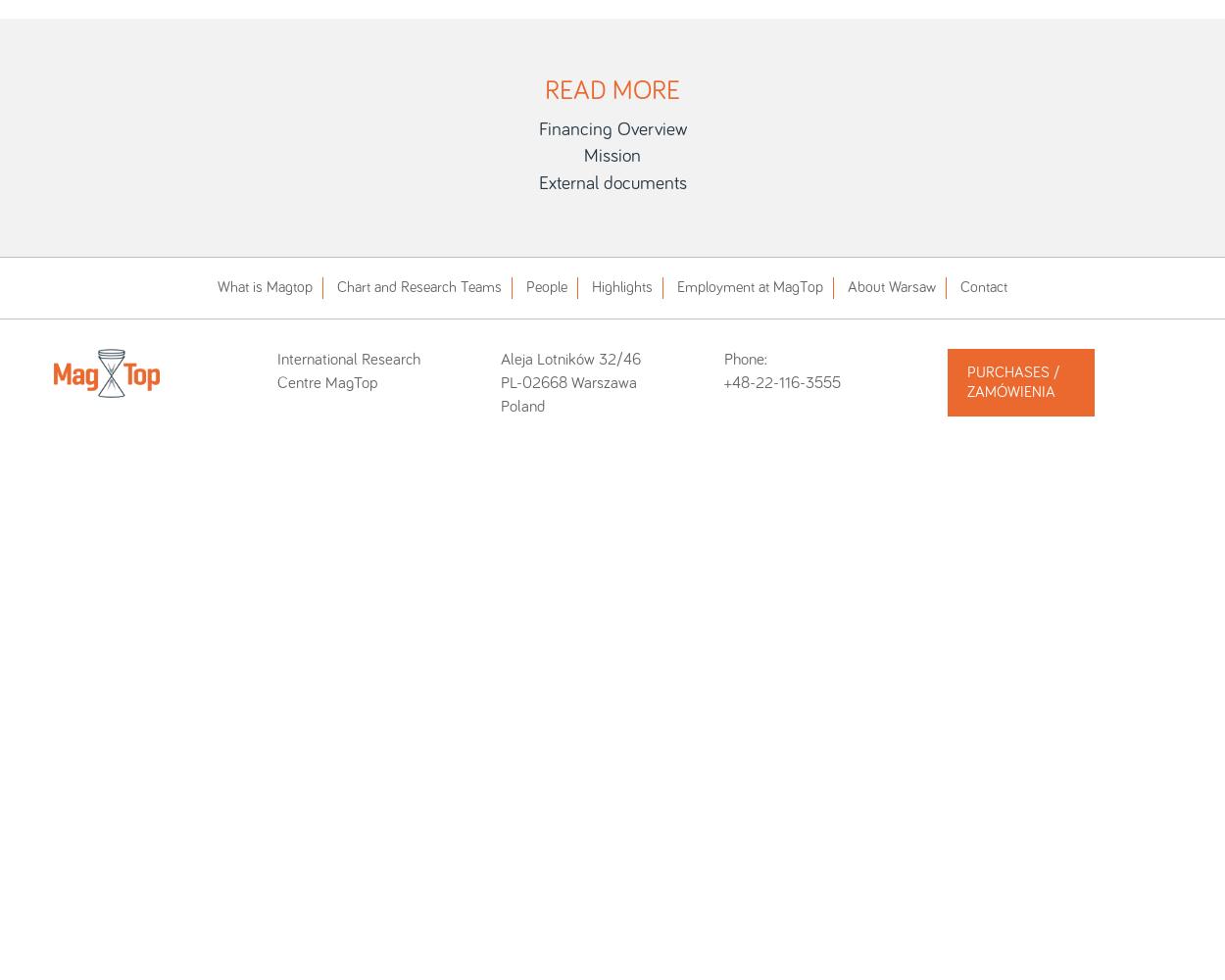  I want to click on 'What is Magtop', so click(265, 286).